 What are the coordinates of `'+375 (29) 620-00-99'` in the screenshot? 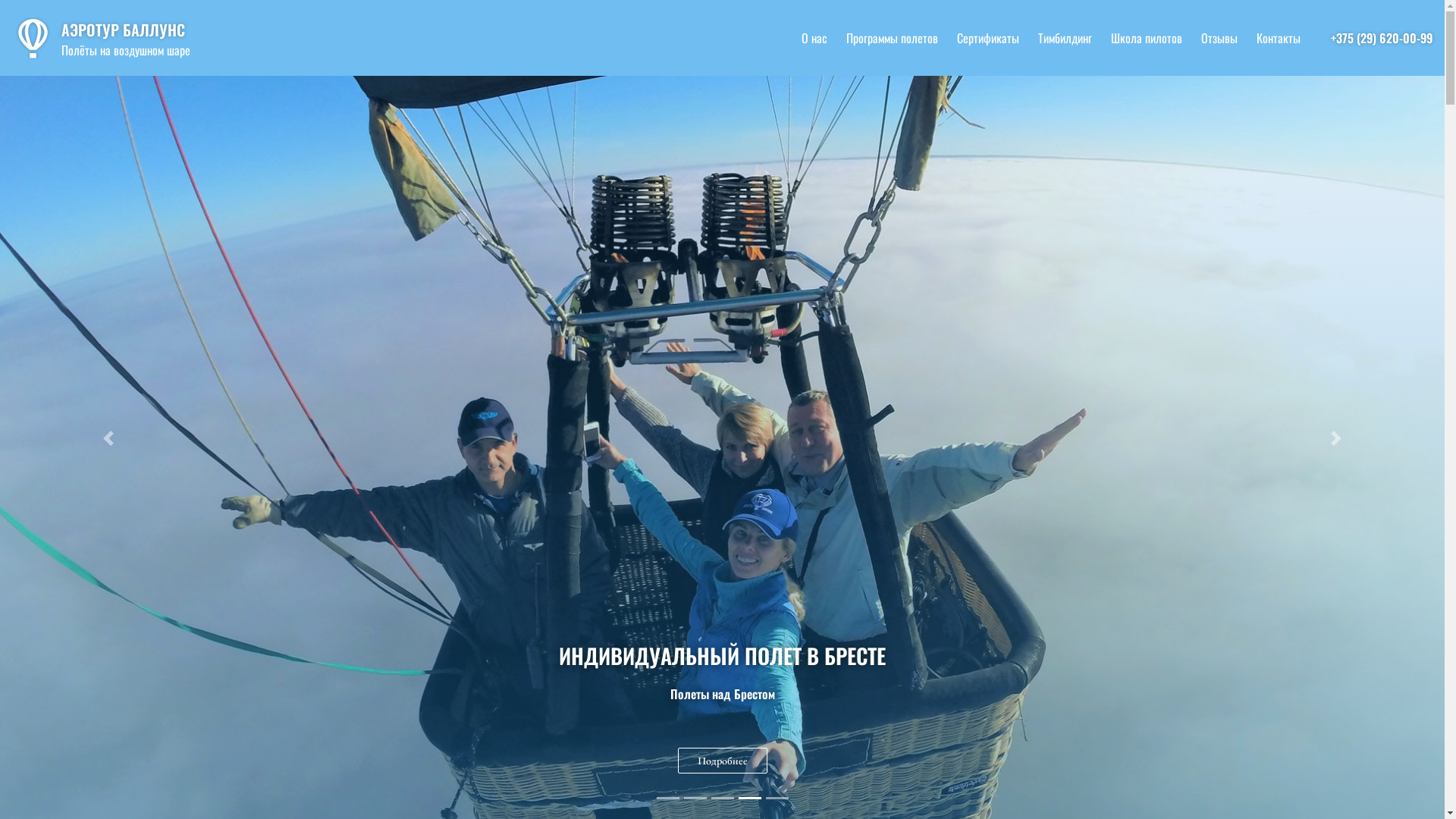 It's located at (1382, 37).